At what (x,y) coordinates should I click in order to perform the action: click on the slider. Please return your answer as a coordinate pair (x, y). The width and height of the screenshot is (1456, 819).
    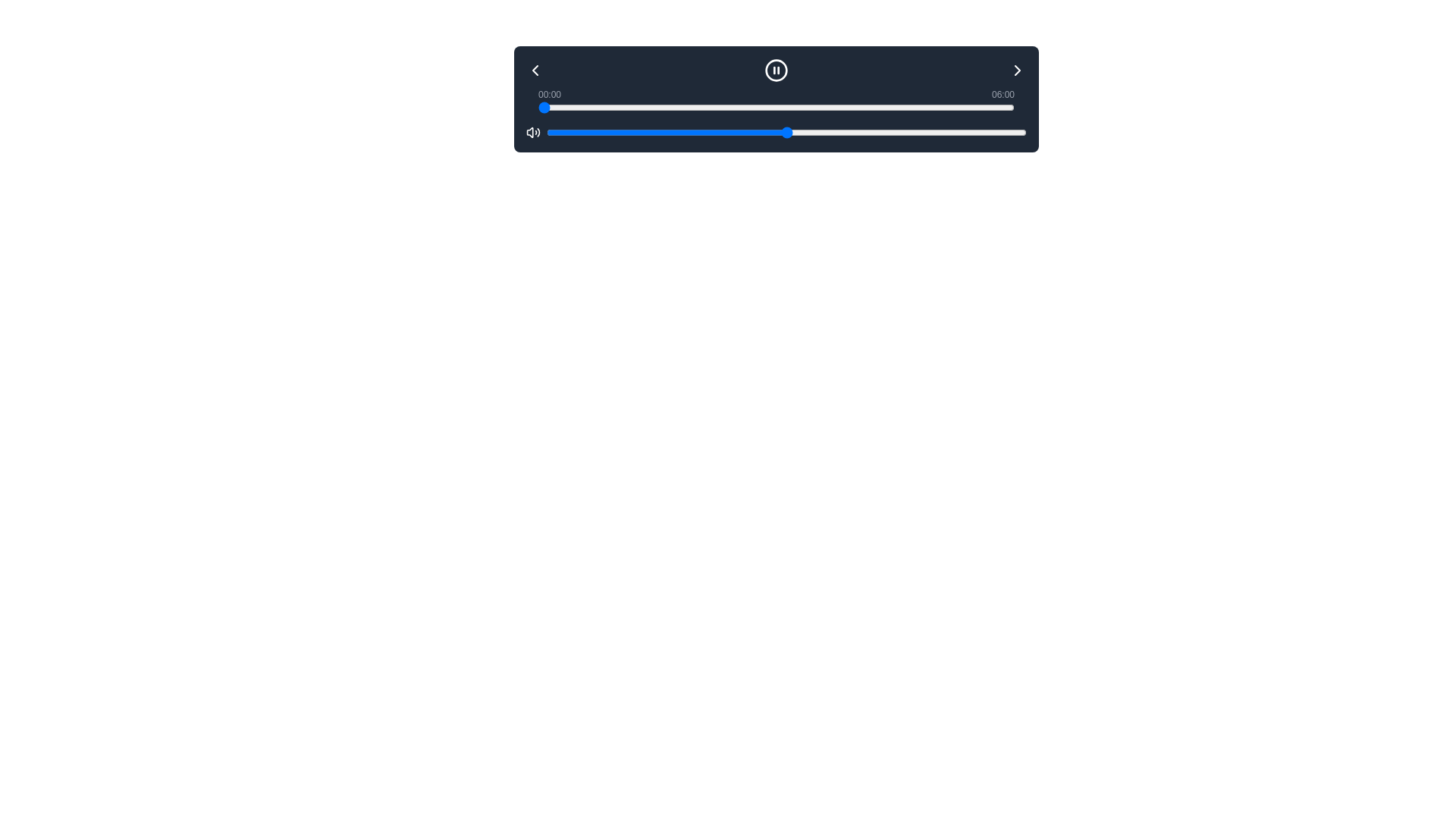
    Looking at the image, I should click on (786, 131).